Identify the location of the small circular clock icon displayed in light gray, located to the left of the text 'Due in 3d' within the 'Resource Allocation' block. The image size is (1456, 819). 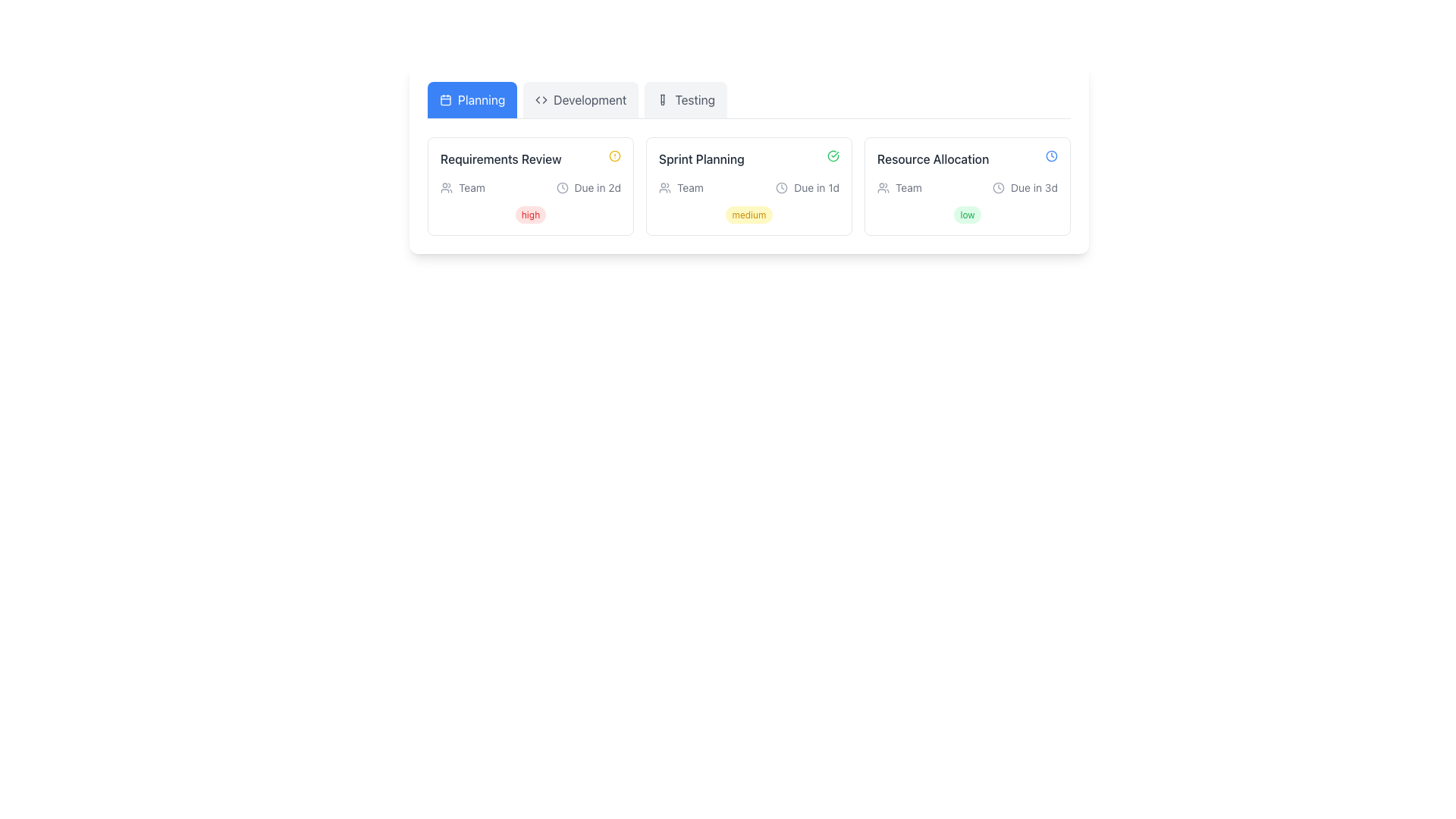
(999, 187).